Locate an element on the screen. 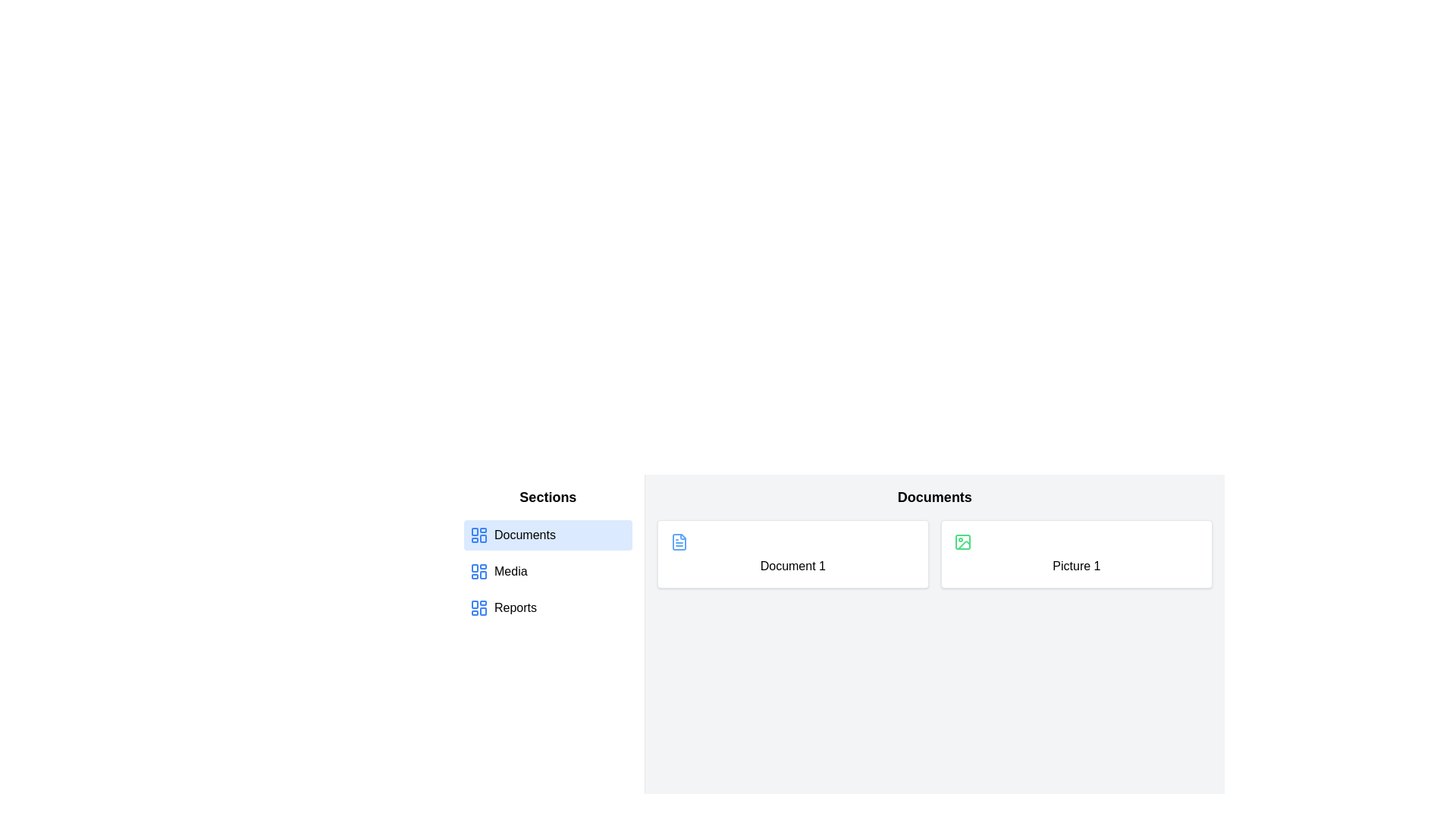 The image size is (1456, 819). the first navigation menu item labeled 'Documents' is located at coordinates (547, 534).